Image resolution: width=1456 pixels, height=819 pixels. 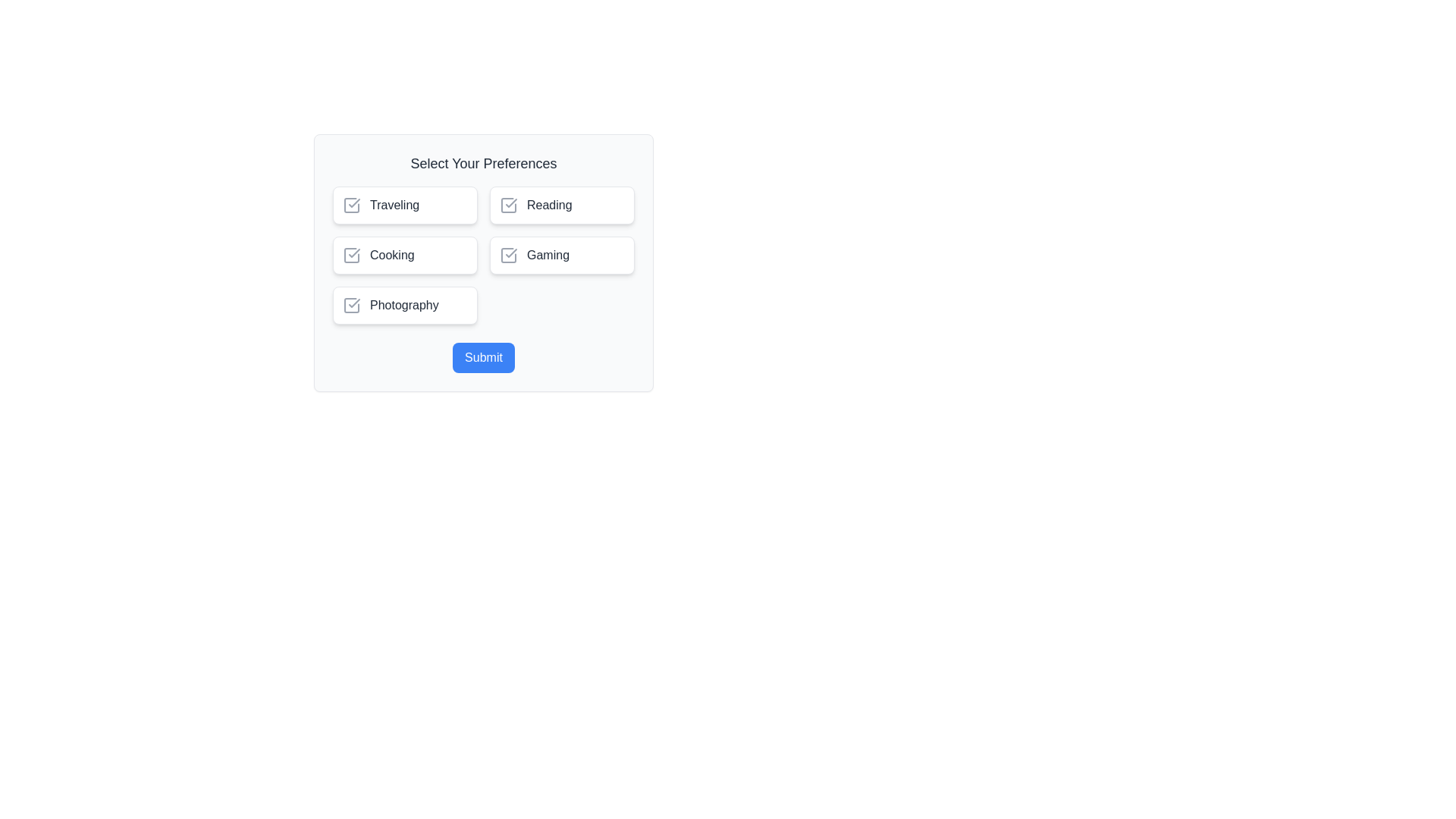 I want to click on the checkmark icon within the preferences list, which is located to the left of the 'Photography' label, so click(x=353, y=303).